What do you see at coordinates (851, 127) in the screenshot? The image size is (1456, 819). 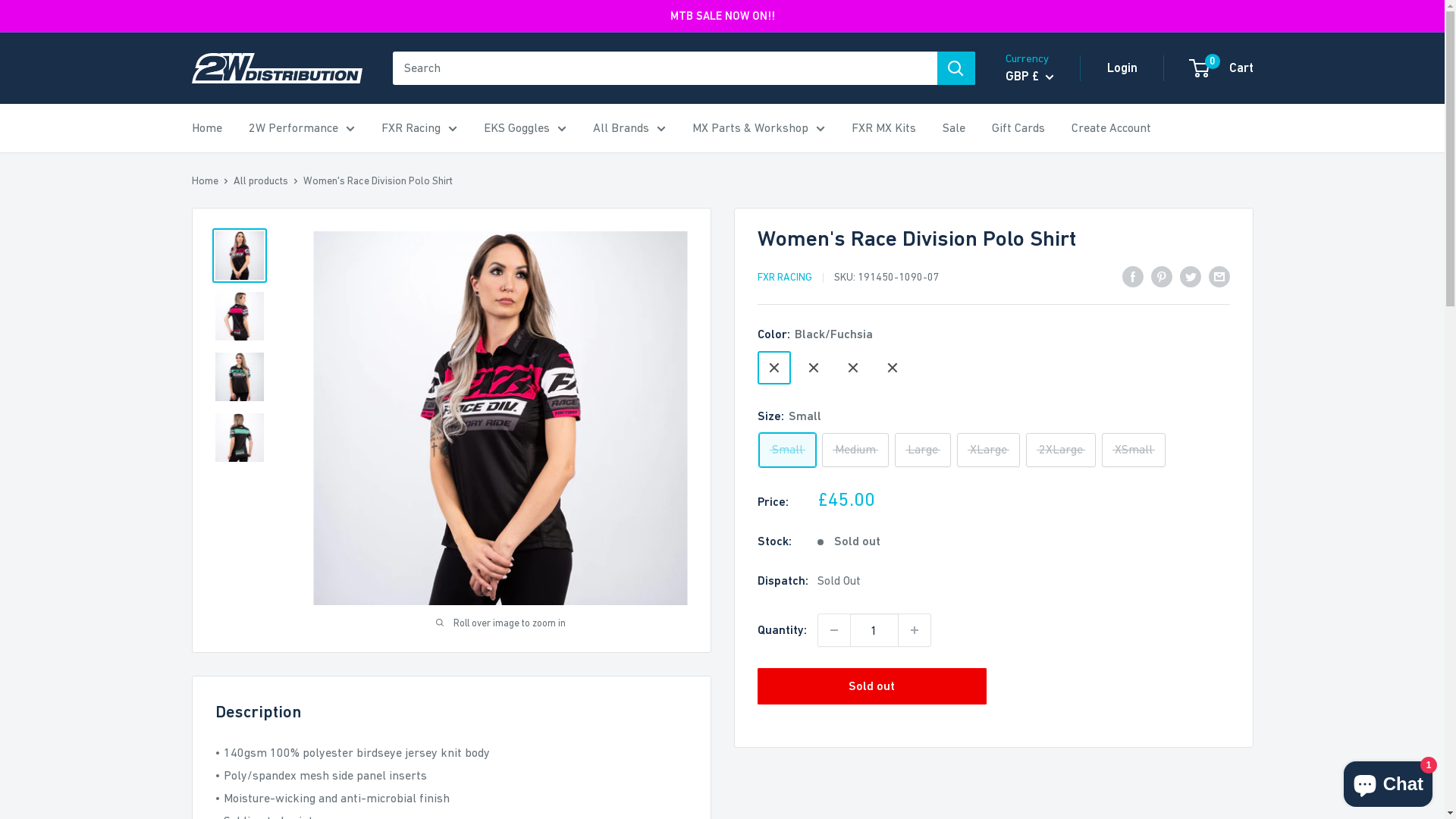 I see `'FXR MX Kits'` at bounding box center [851, 127].